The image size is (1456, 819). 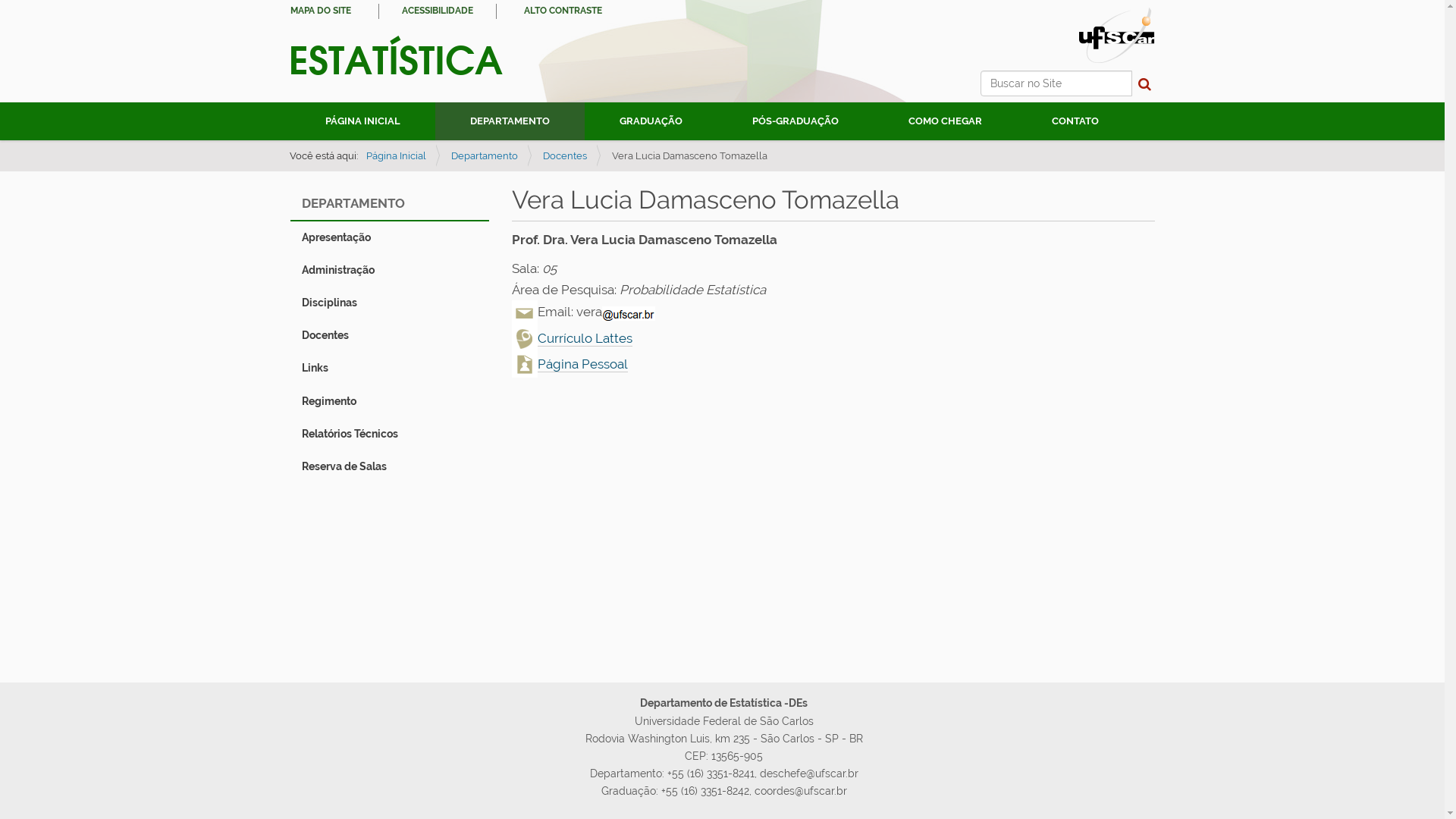 What do you see at coordinates (944, 120) in the screenshot?
I see `'COMO CHEGAR'` at bounding box center [944, 120].